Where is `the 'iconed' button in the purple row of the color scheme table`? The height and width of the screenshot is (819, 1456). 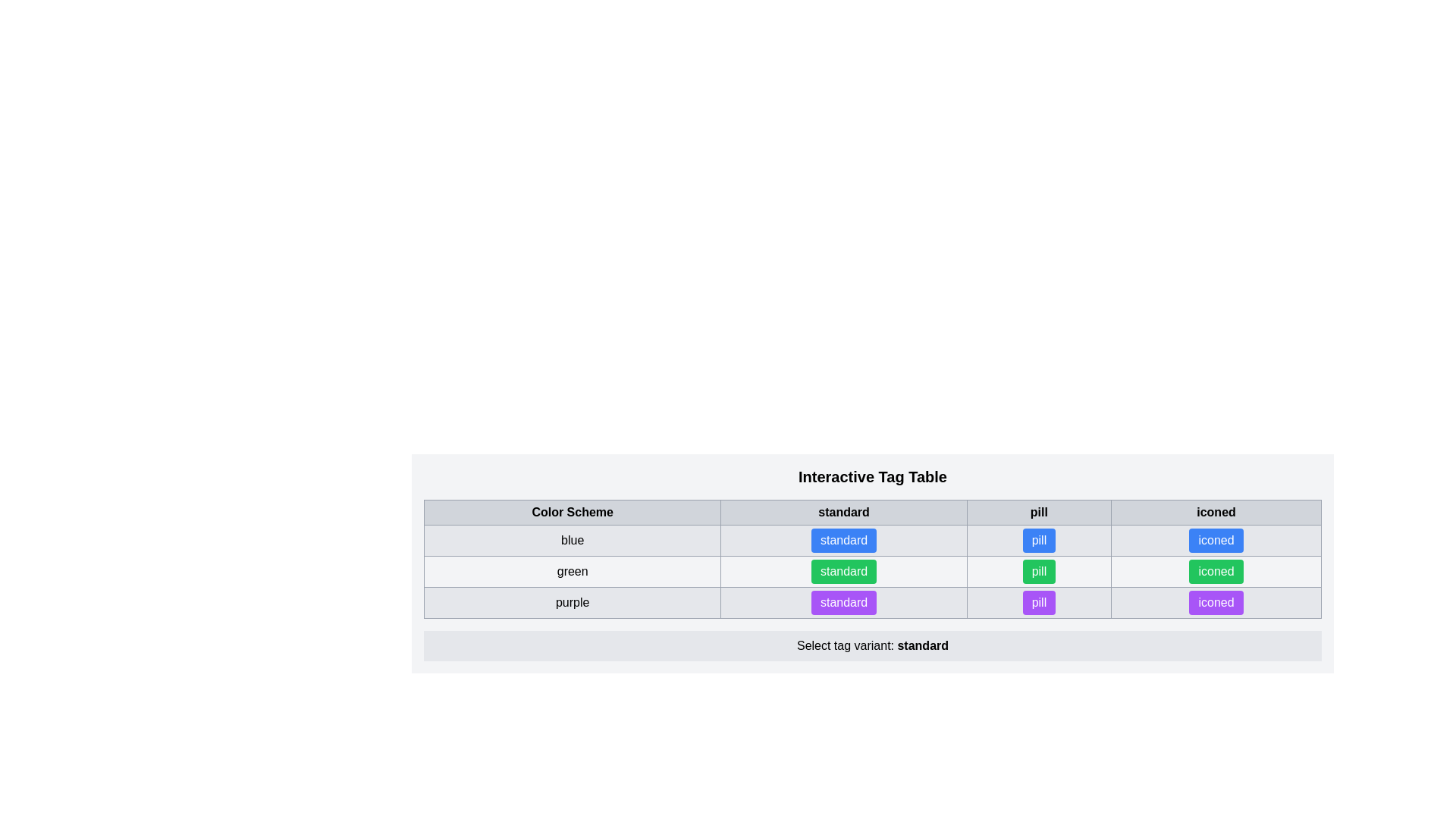
the 'iconed' button in the purple row of the color scheme table is located at coordinates (1216, 601).